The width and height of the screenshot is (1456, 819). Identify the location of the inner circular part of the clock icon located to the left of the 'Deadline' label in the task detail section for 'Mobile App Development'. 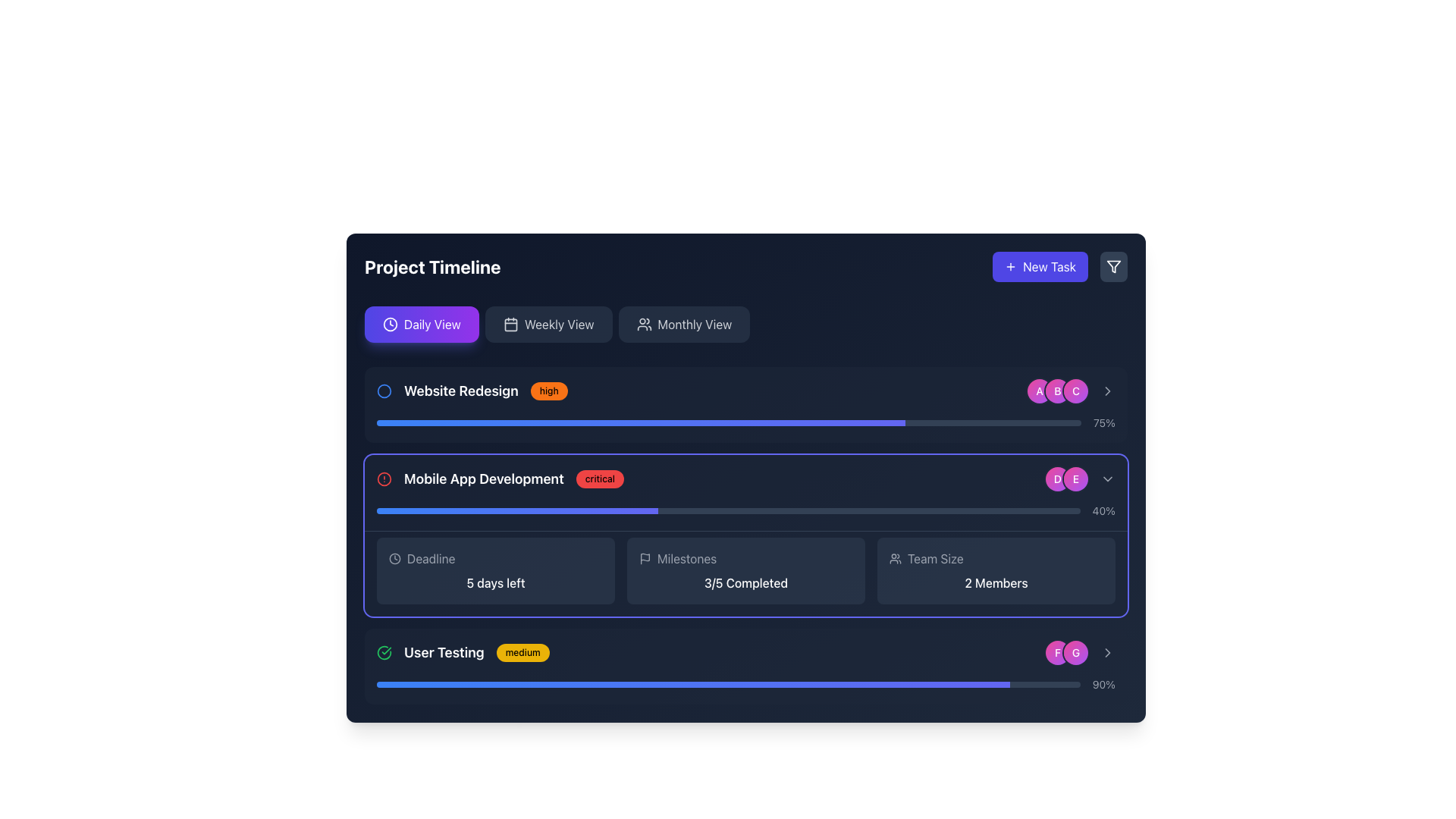
(390, 324).